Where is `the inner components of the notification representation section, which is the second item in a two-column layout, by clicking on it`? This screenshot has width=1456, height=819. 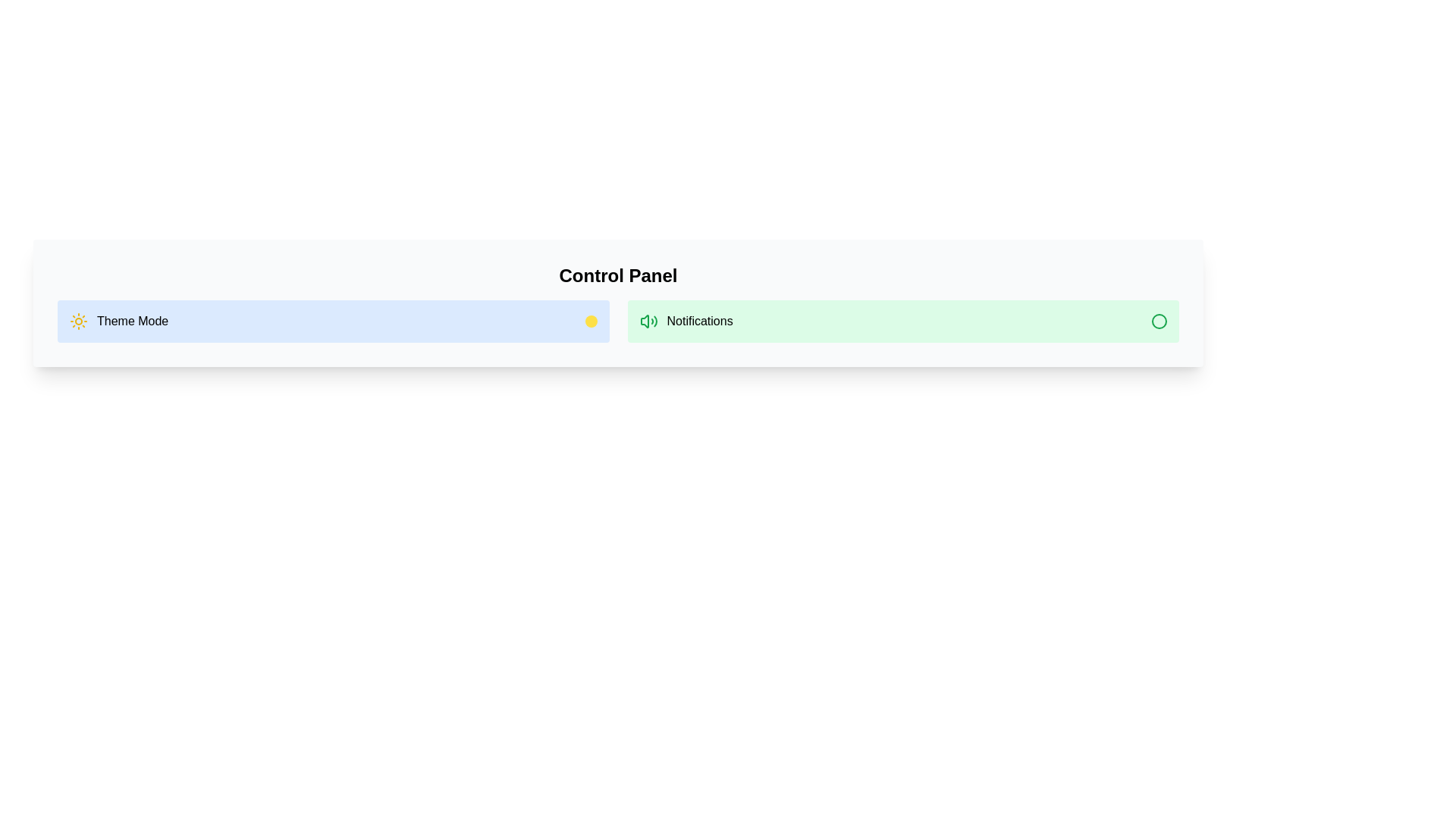
the inner components of the notification representation section, which is the second item in a two-column layout, by clicking on it is located at coordinates (903, 321).